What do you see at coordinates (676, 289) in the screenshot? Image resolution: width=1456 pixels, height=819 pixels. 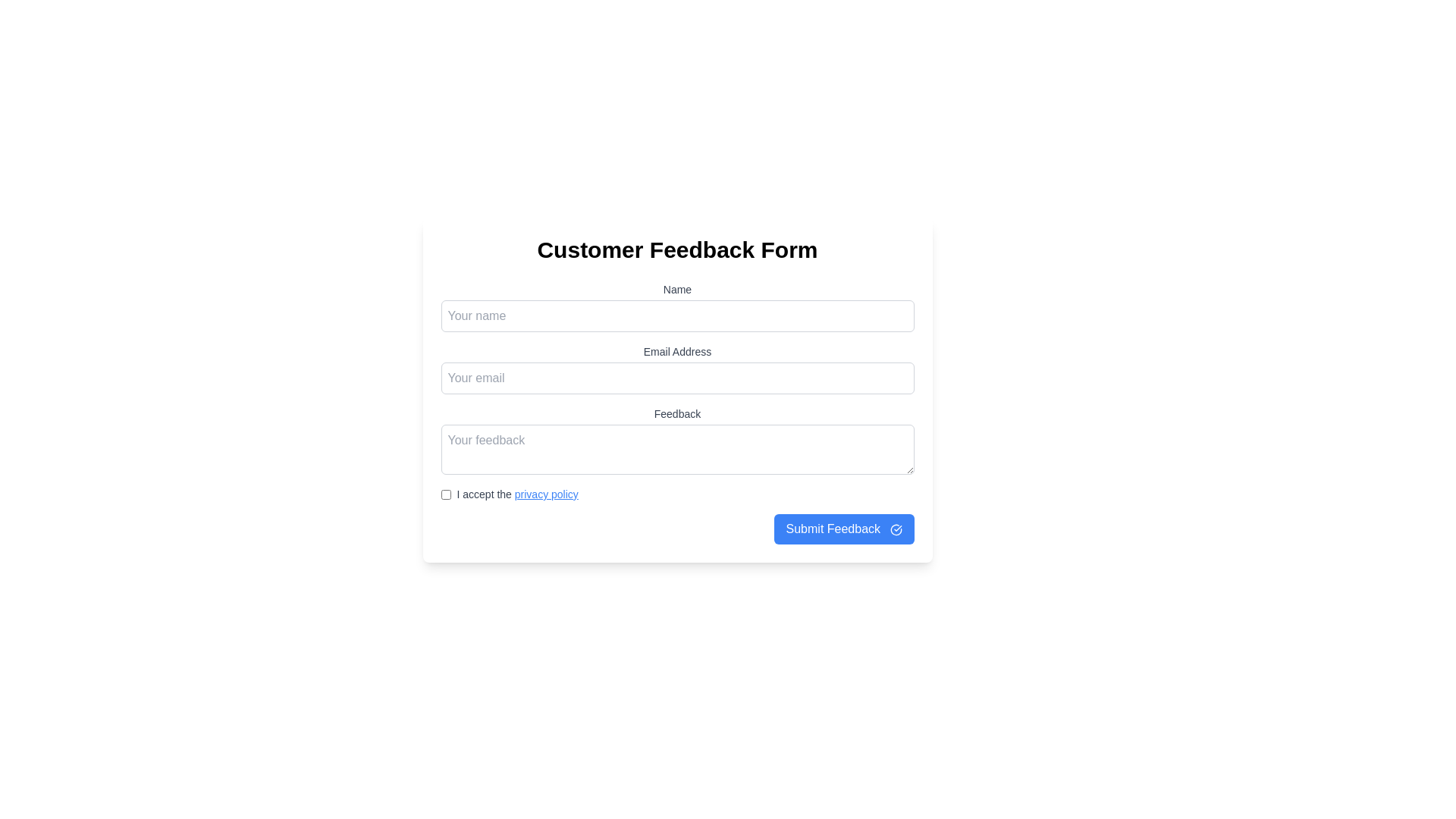 I see `text label indicating 'Your name' above the text input field in the Customer Feedback Form` at bounding box center [676, 289].